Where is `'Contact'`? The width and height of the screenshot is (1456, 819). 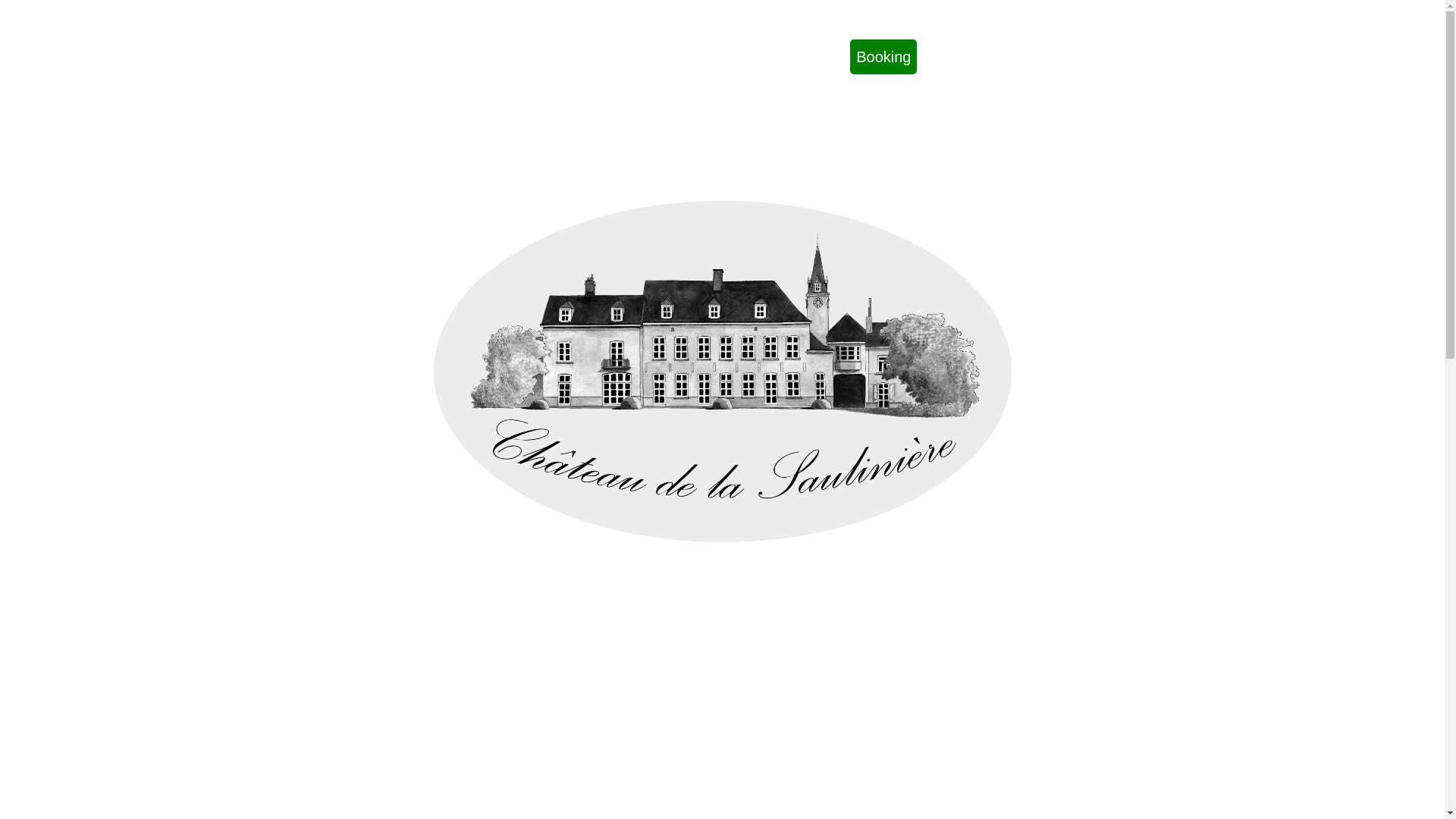
'Contact' is located at coordinates (755, 55).